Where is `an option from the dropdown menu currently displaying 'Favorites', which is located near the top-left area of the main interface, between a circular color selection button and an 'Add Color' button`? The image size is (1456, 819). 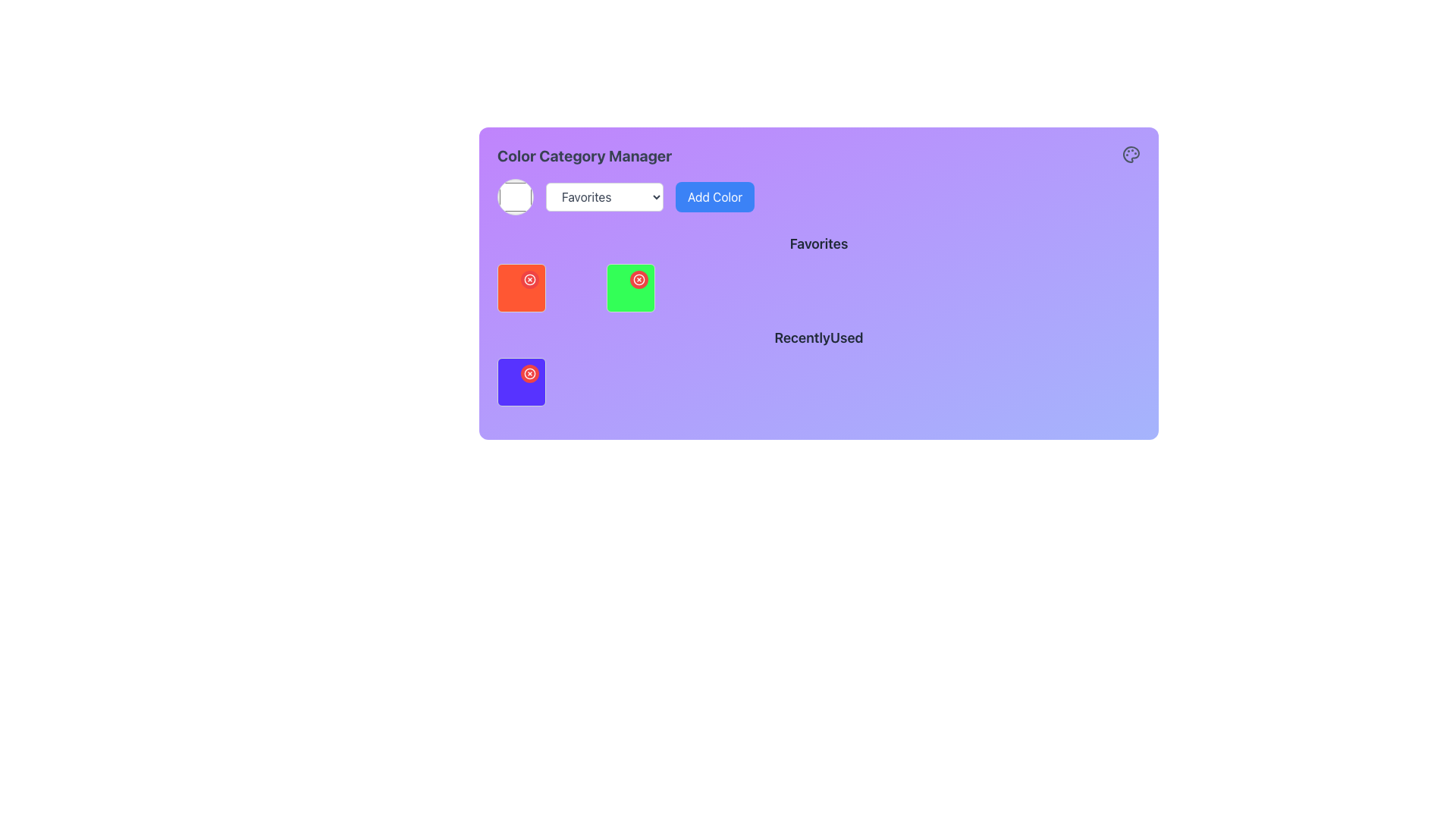
an option from the dropdown menu currently displaying 'Favorites', which is located near the top-left area of the main interface, between a circular color selection button and an 'Add Color' button is located at coordinates (604, 196).